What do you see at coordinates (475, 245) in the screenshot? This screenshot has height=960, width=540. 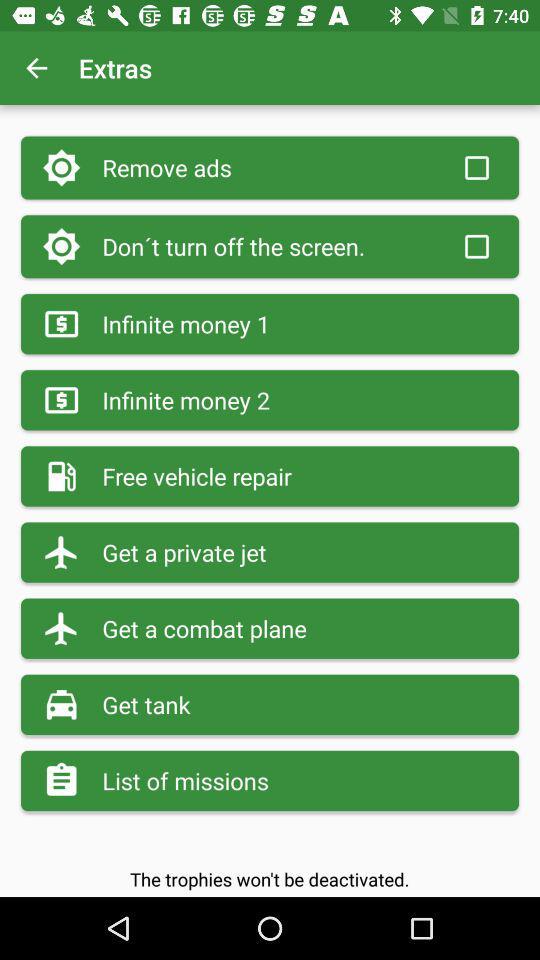 I see `mark the sele` at bounding box center [475, 245].